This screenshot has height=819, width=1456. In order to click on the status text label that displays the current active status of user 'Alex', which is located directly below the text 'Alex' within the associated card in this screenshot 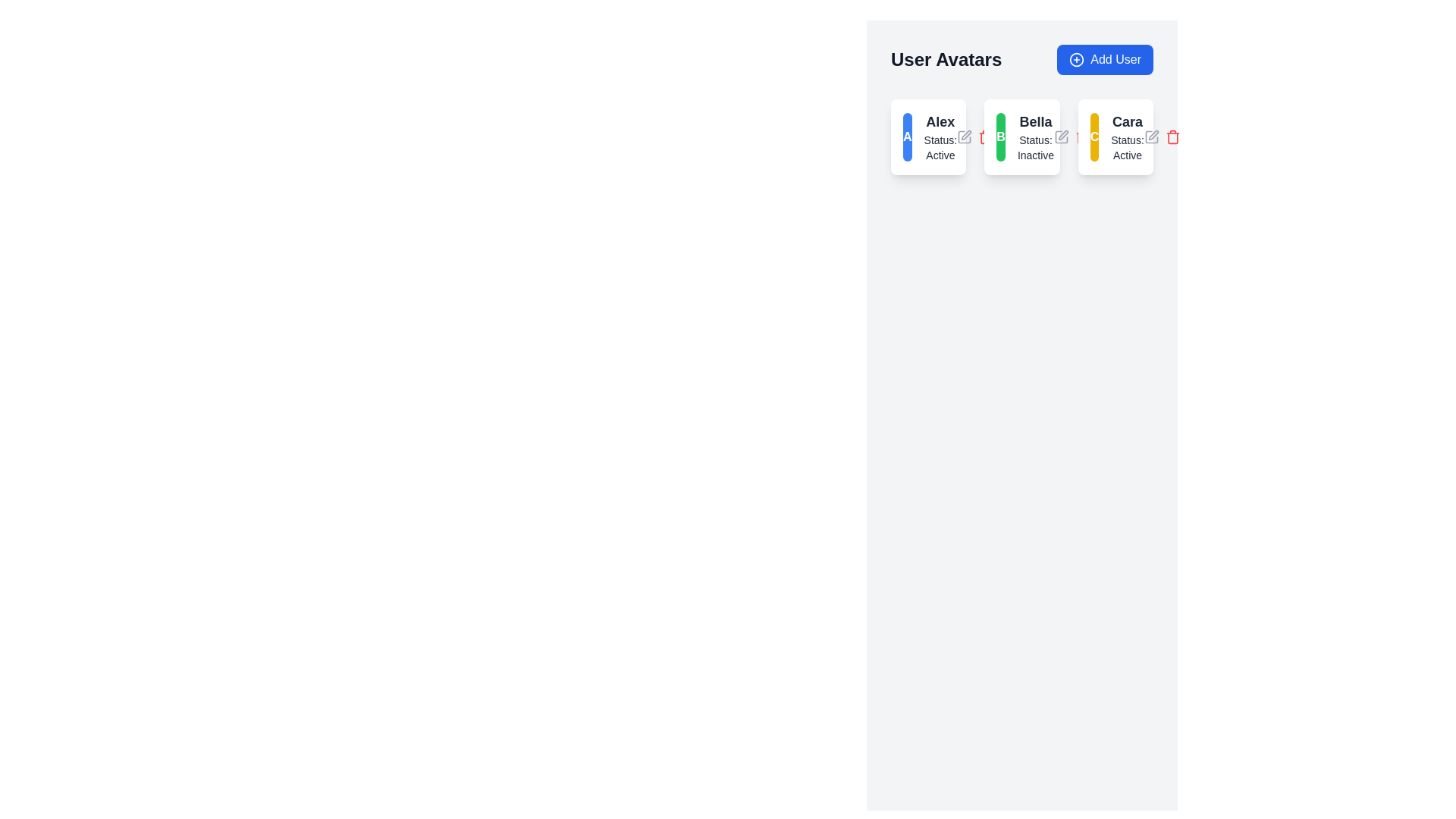, I will do `click(940, 148)`.